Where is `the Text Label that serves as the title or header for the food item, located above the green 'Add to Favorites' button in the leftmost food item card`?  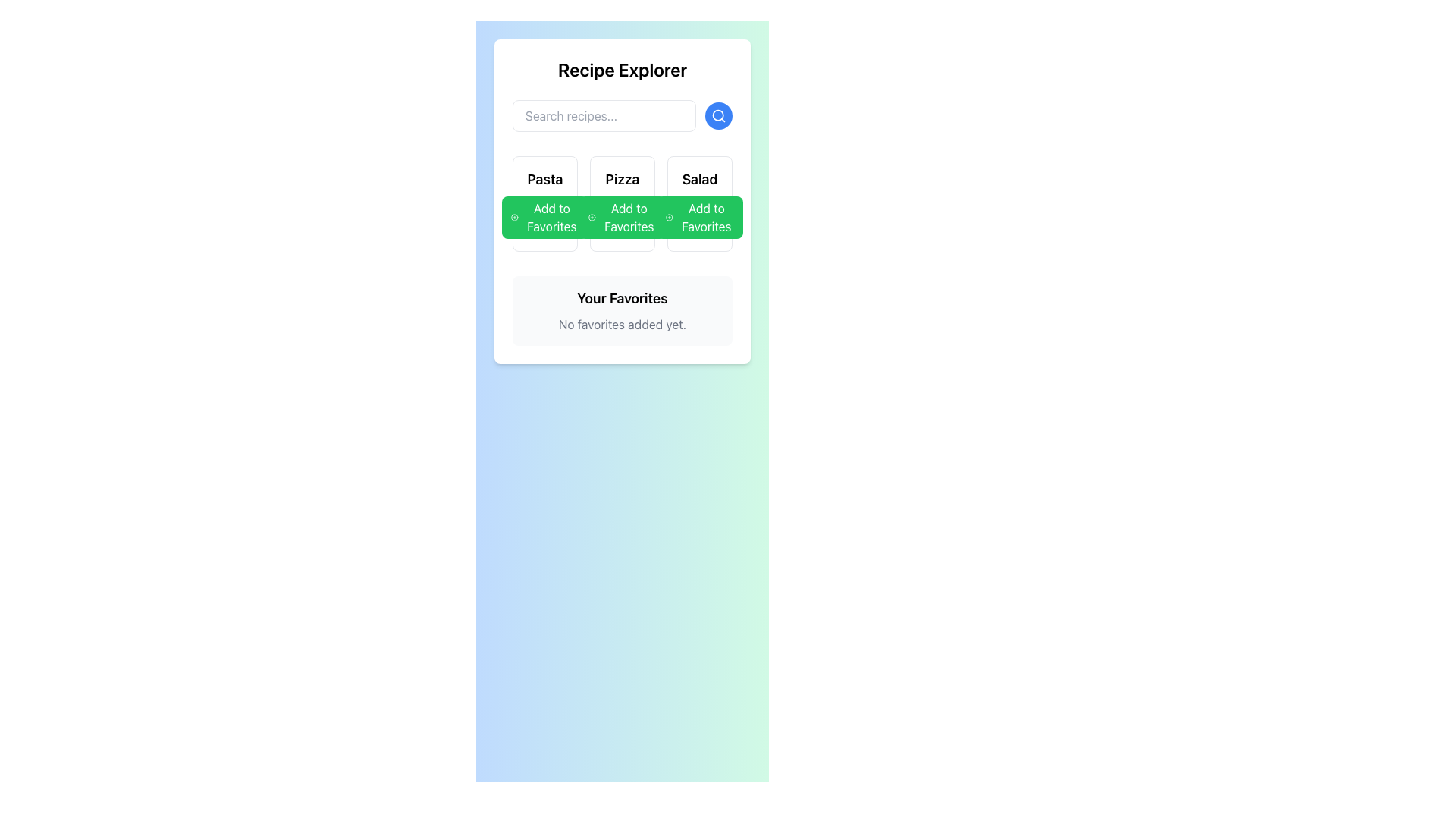 the Text Label that serves as the title or header for the food item, located above the green 'Add to Favorites' button in the leftmost food item card is located at coordinates (545, 178).